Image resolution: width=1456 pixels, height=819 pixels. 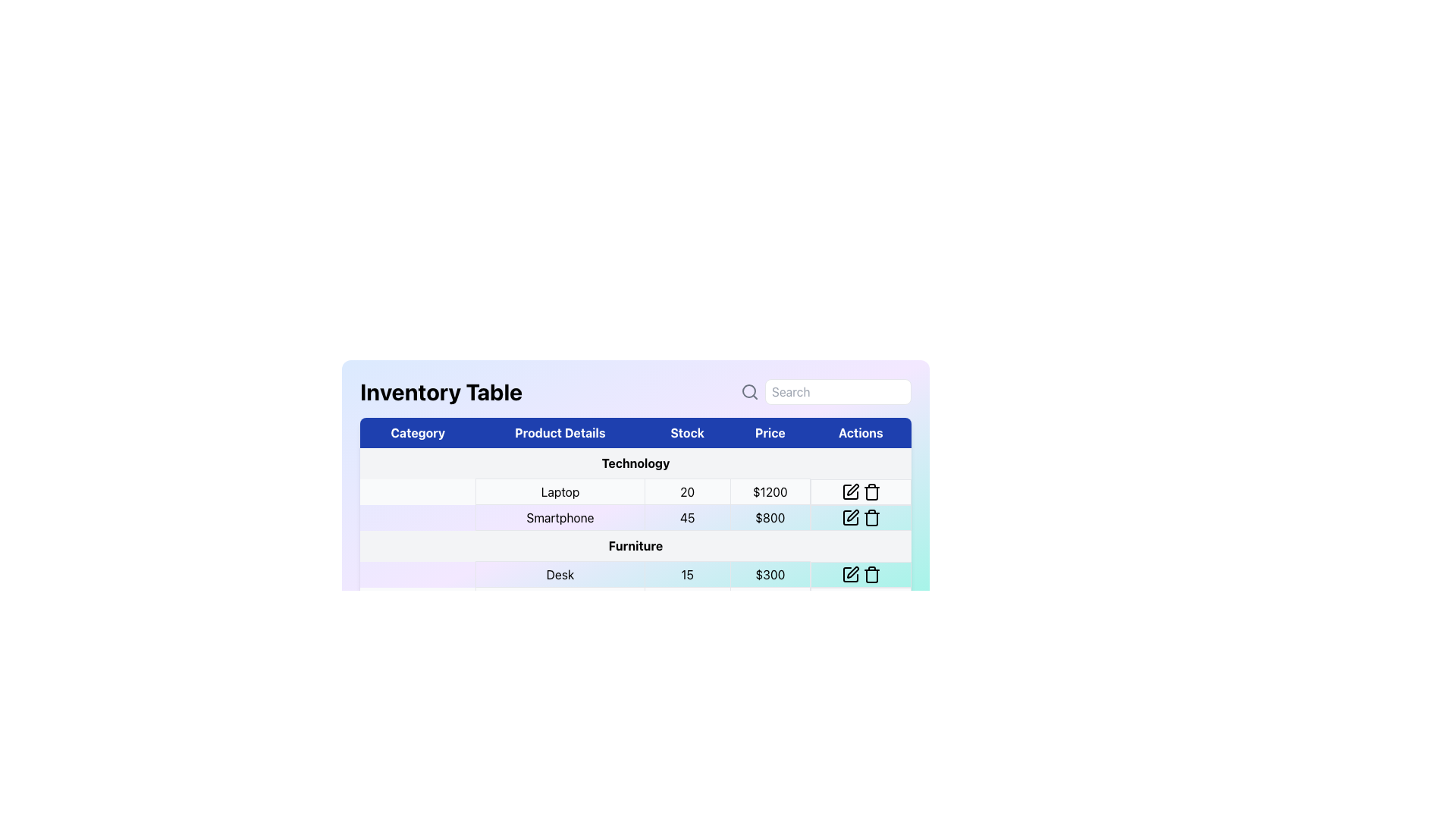 I want to click on the static text element displaying the stock count for the product 'Smartphone' in the inventory table, located in the 'Stock' column of the second row under the 'Technology' category, so click(x=686, y=516).